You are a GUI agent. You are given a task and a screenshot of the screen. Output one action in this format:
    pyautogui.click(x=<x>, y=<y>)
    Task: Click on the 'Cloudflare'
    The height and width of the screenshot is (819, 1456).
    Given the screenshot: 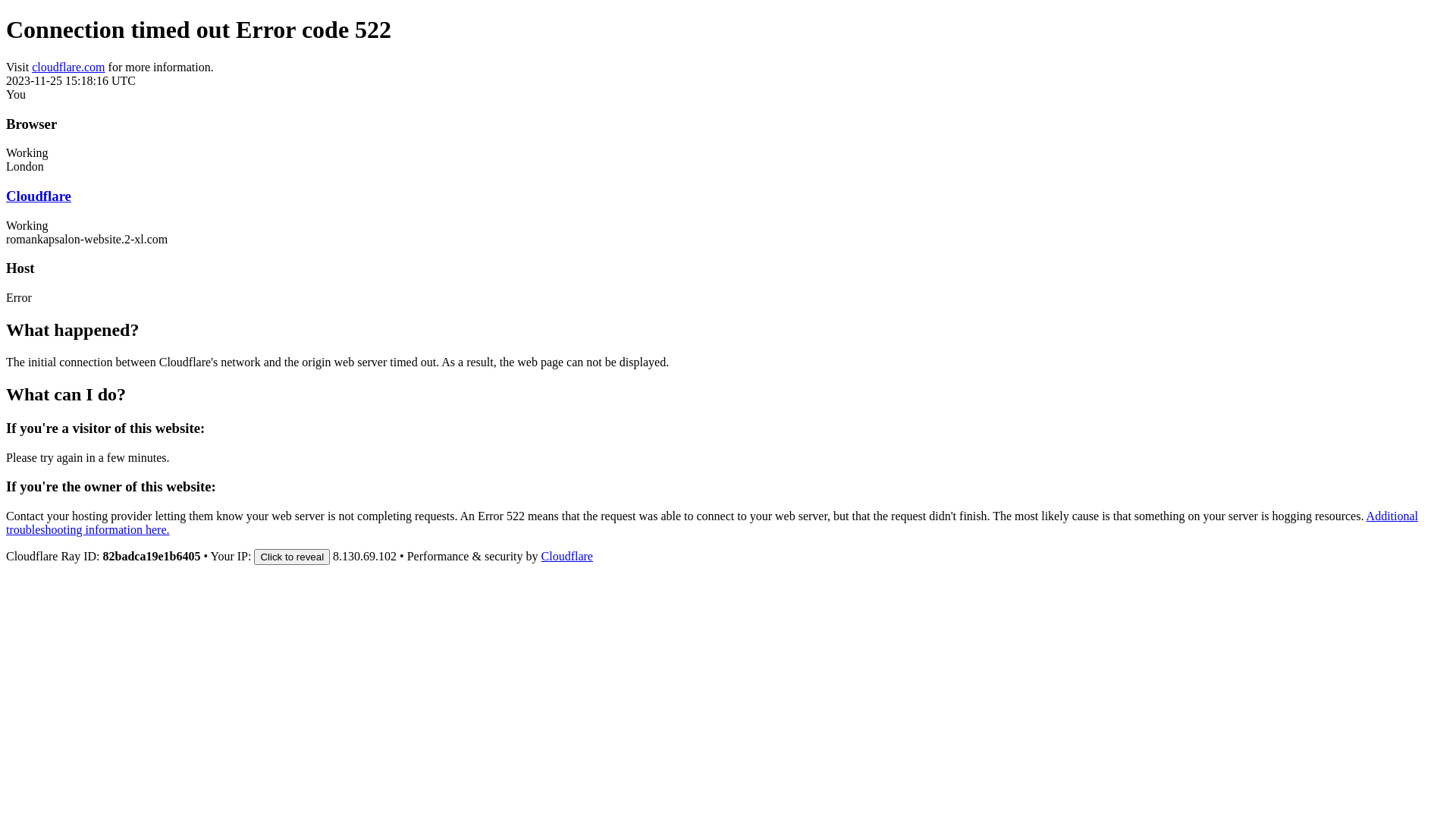 What is the action you would take?
    pyautogui.click(x=6, y=195)
    